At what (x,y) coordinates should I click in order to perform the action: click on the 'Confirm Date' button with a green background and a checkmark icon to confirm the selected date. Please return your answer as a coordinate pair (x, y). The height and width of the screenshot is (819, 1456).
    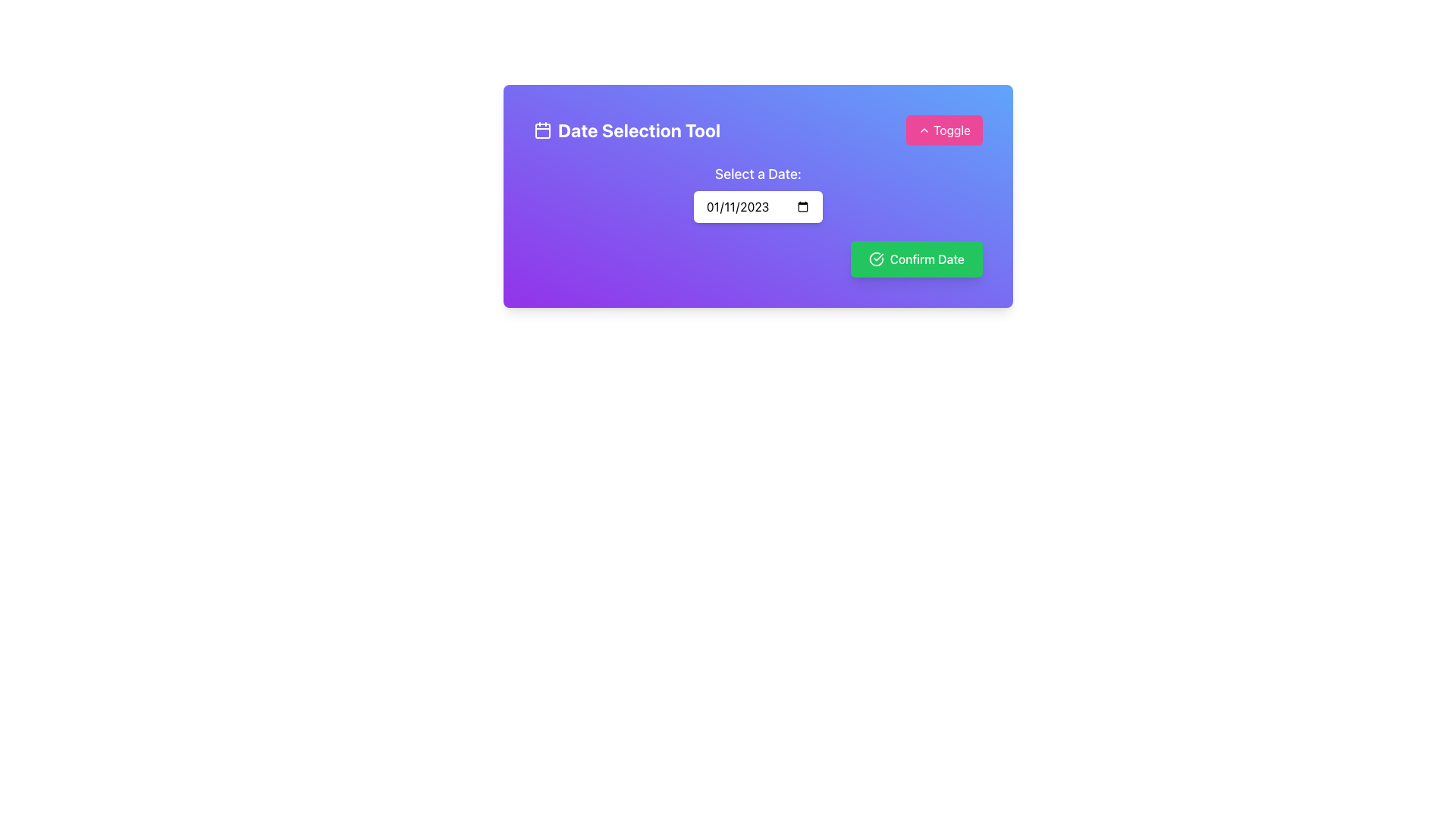
    Looking at the image, I should click on (915, 259).